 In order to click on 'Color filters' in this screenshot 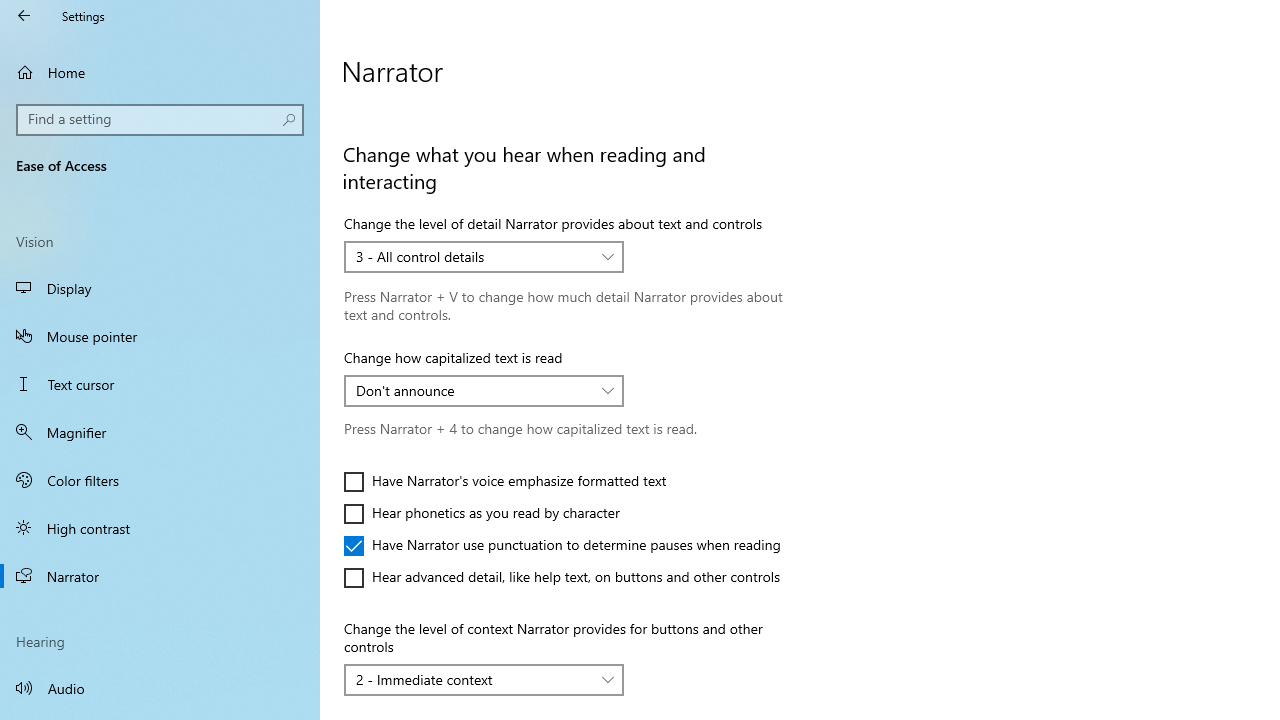, I will do `click(160, 479)`.